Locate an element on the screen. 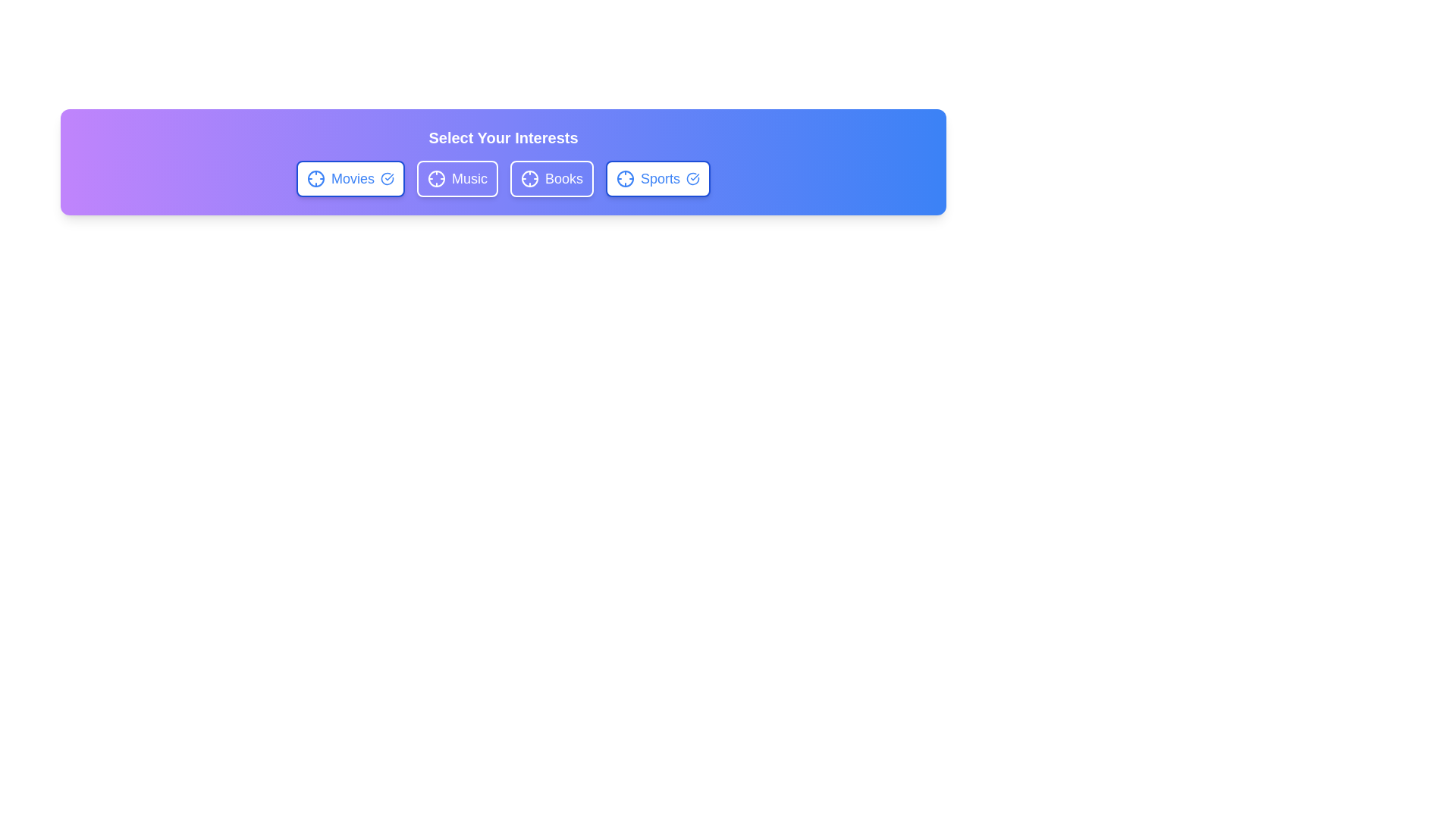 This screenshot has width=1456, height=819. the 'Books' chip to toggle its active state is located at coordinates (551, 177).